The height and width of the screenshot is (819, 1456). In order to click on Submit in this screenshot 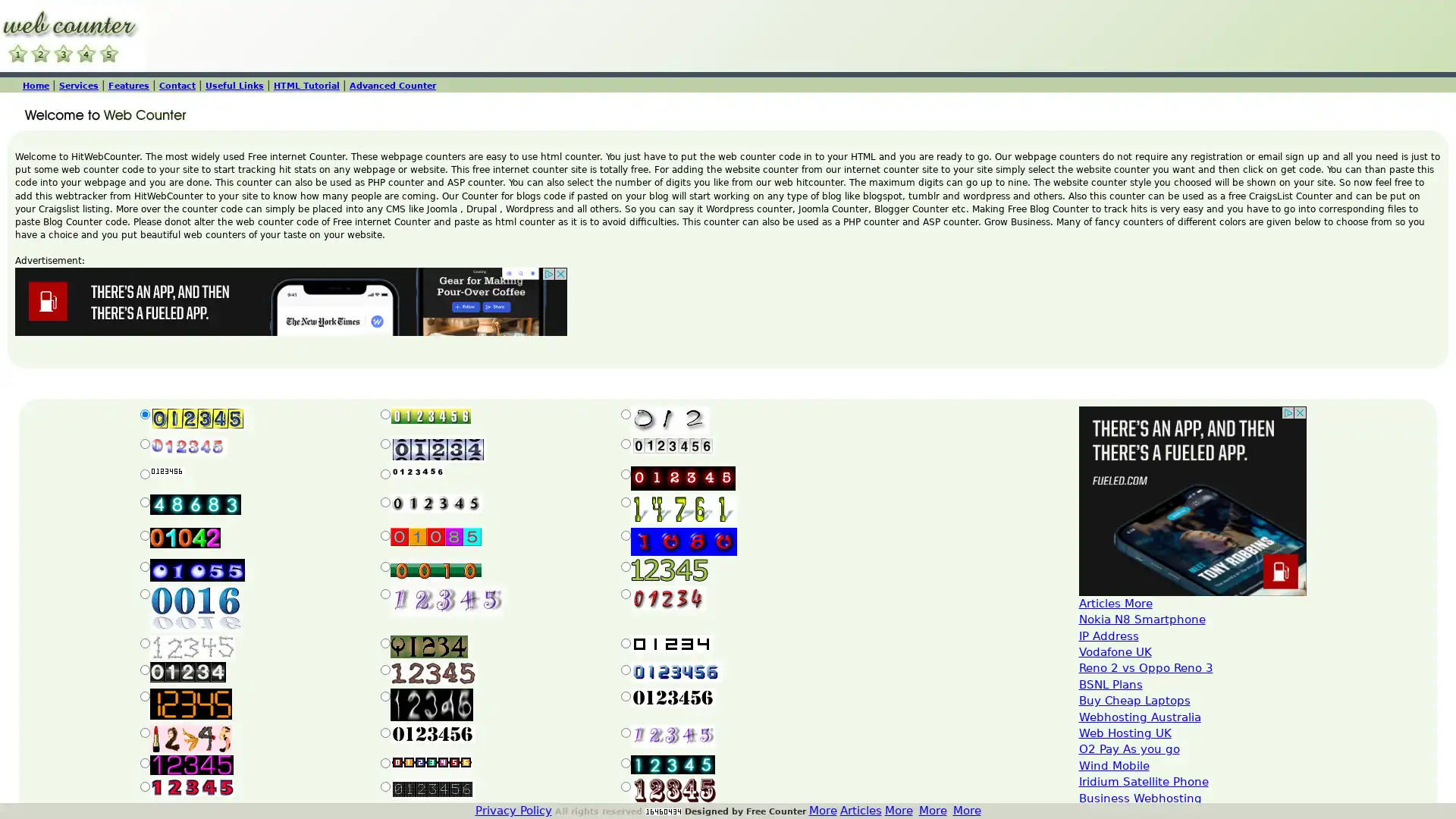, I will do `click(682, 479)`.